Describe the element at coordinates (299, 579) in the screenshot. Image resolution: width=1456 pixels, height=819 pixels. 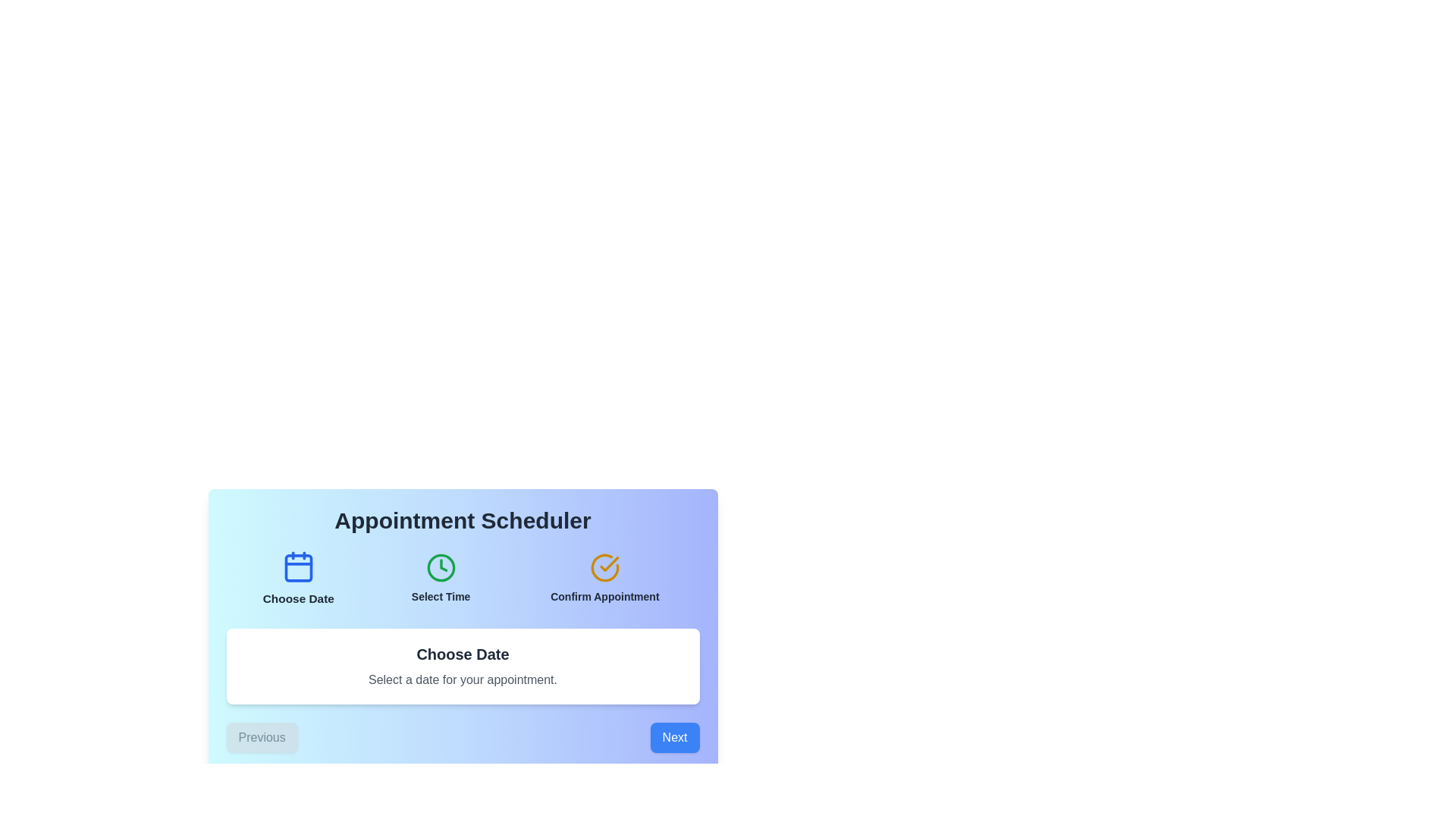
I see `the step button corresponding to Choose Date to display its description` at that location.